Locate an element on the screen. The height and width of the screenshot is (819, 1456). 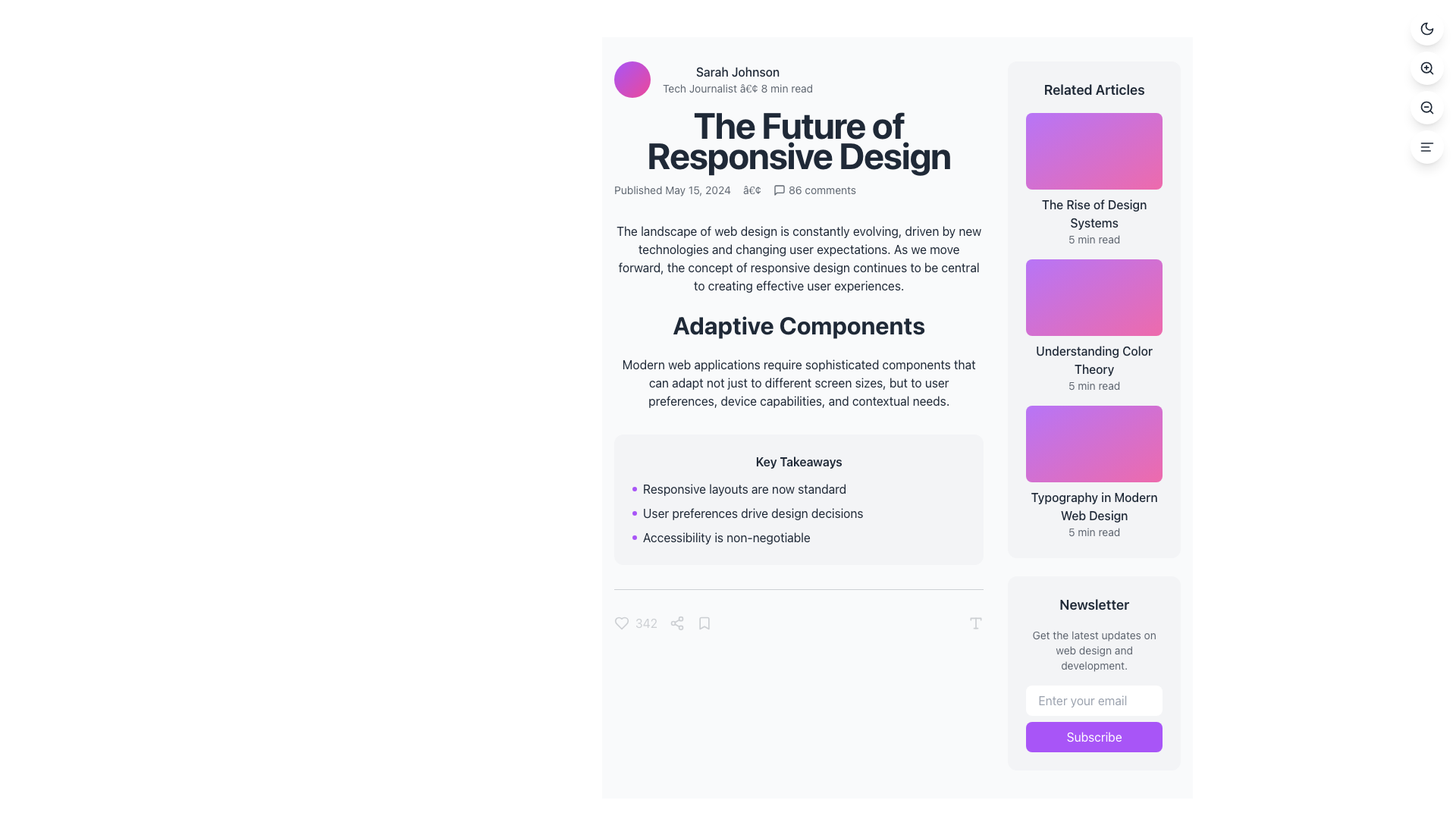
the textual separator bullet dot located between the publication date 'Published May 15, 2024' and the number of comments '86 comments' is located at coordinates (752, 189).